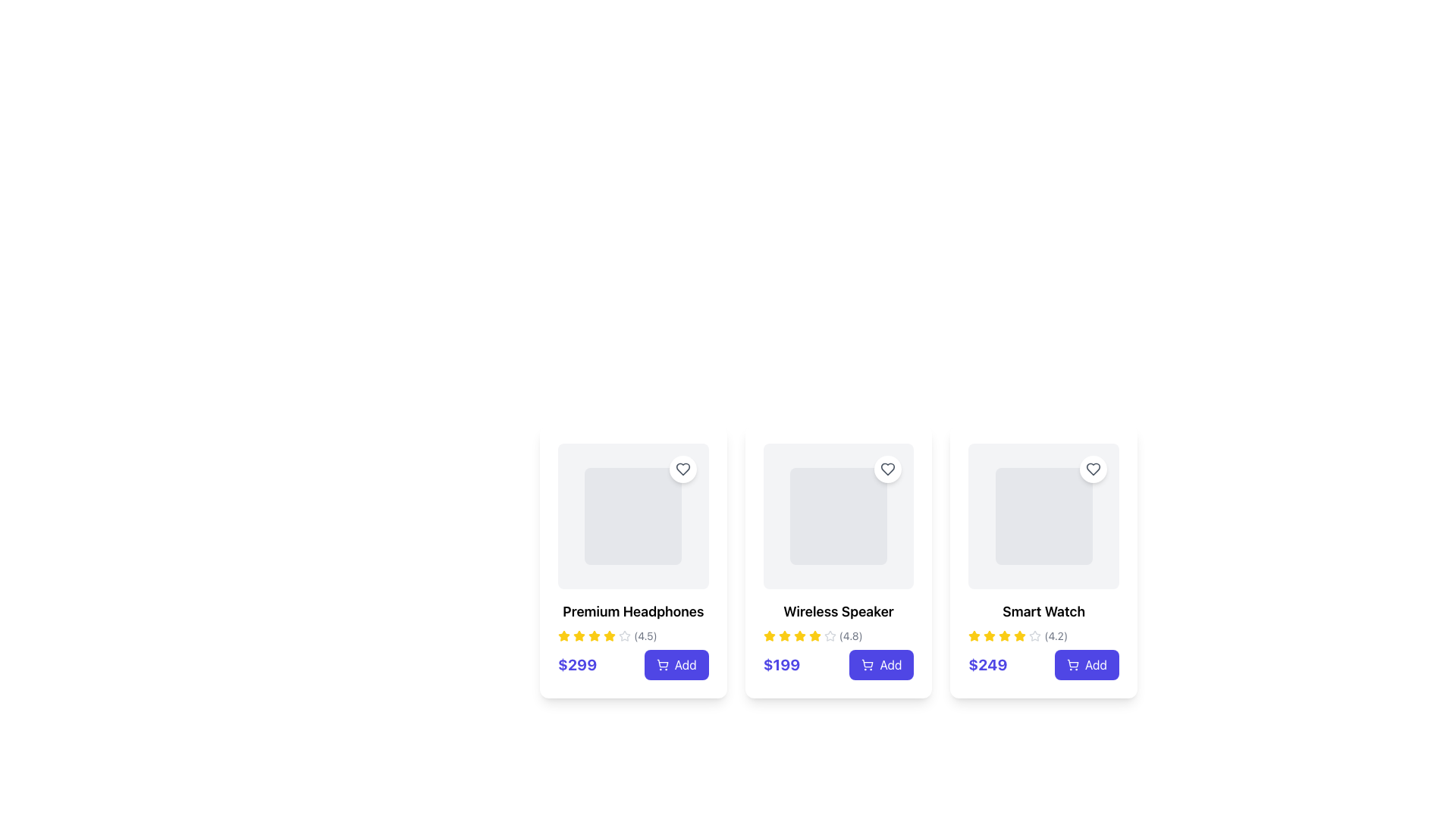 The image size is (1456, 819). Describe the element at coordinates (814, 635) in the screenshot. I see `the fifth star icon in the rating system for the 'Wireless Speaker' product card, which is styled with a yellow fill and black outline, located underneath the main image and title` at that location.